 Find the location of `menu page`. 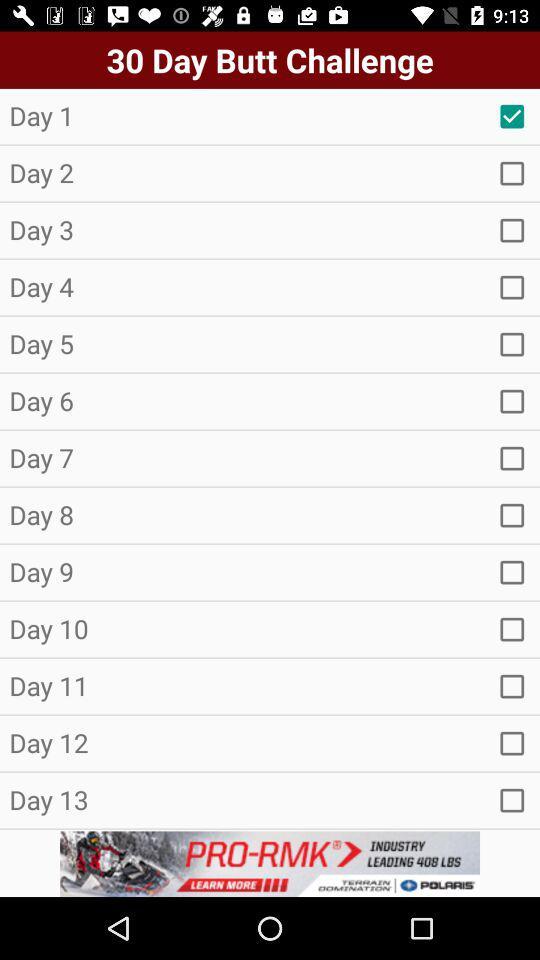

menu page is located at coordinates (512, 400).